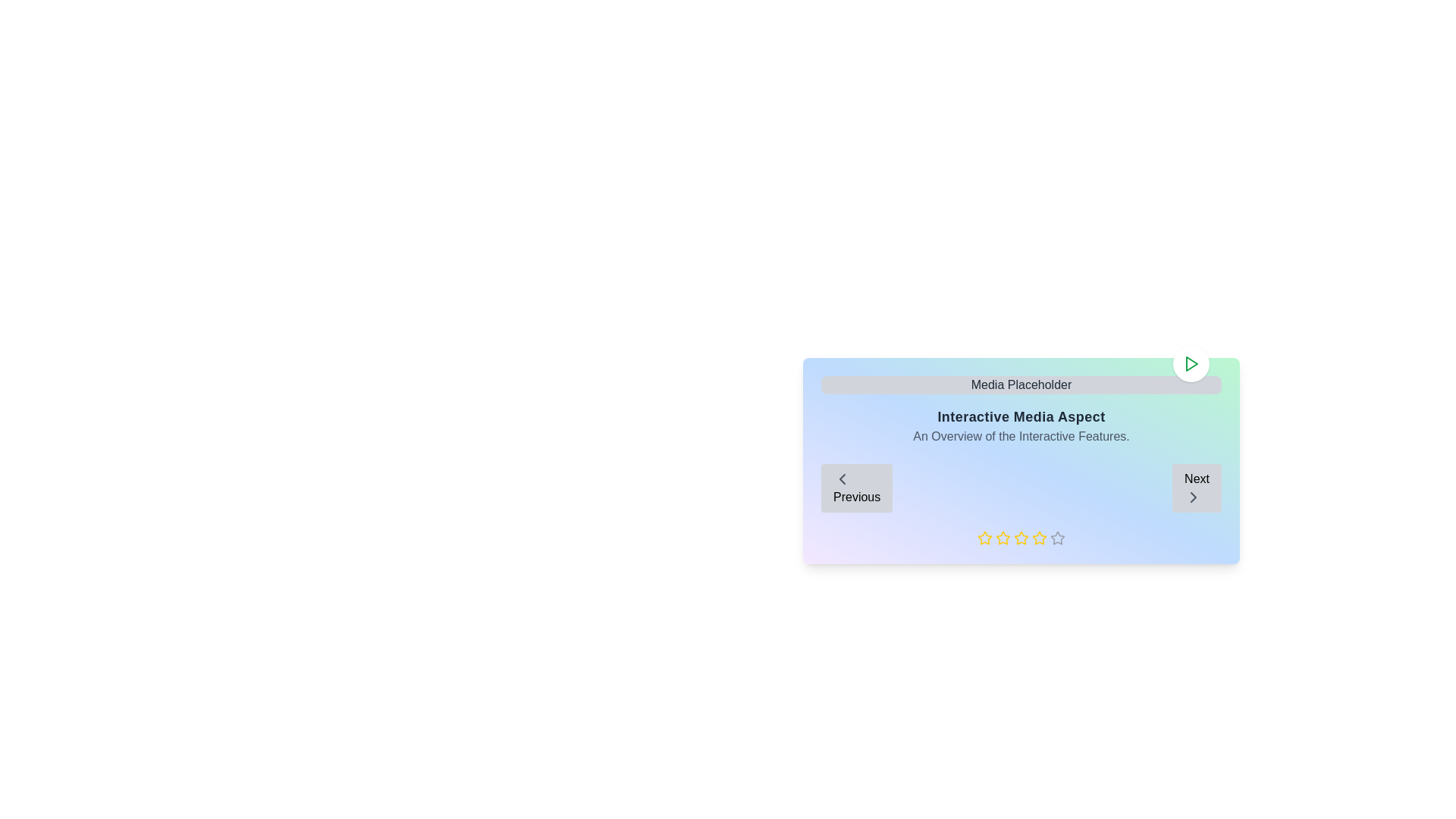  I want to click on the first star icon in the rating system, located under the title 'Interactive Media Aspect.', so click(985, 537).